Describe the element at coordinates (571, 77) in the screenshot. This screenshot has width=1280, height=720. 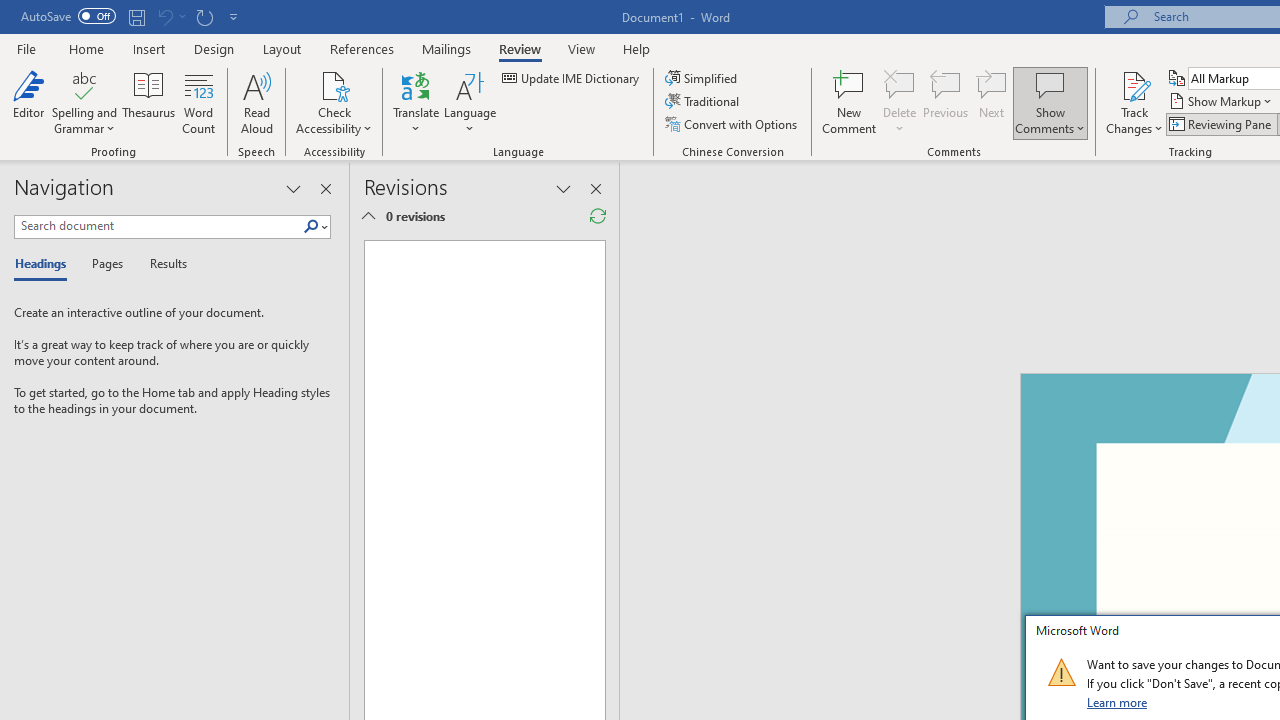
I see `'Update IME Dictionary...'` at that location.